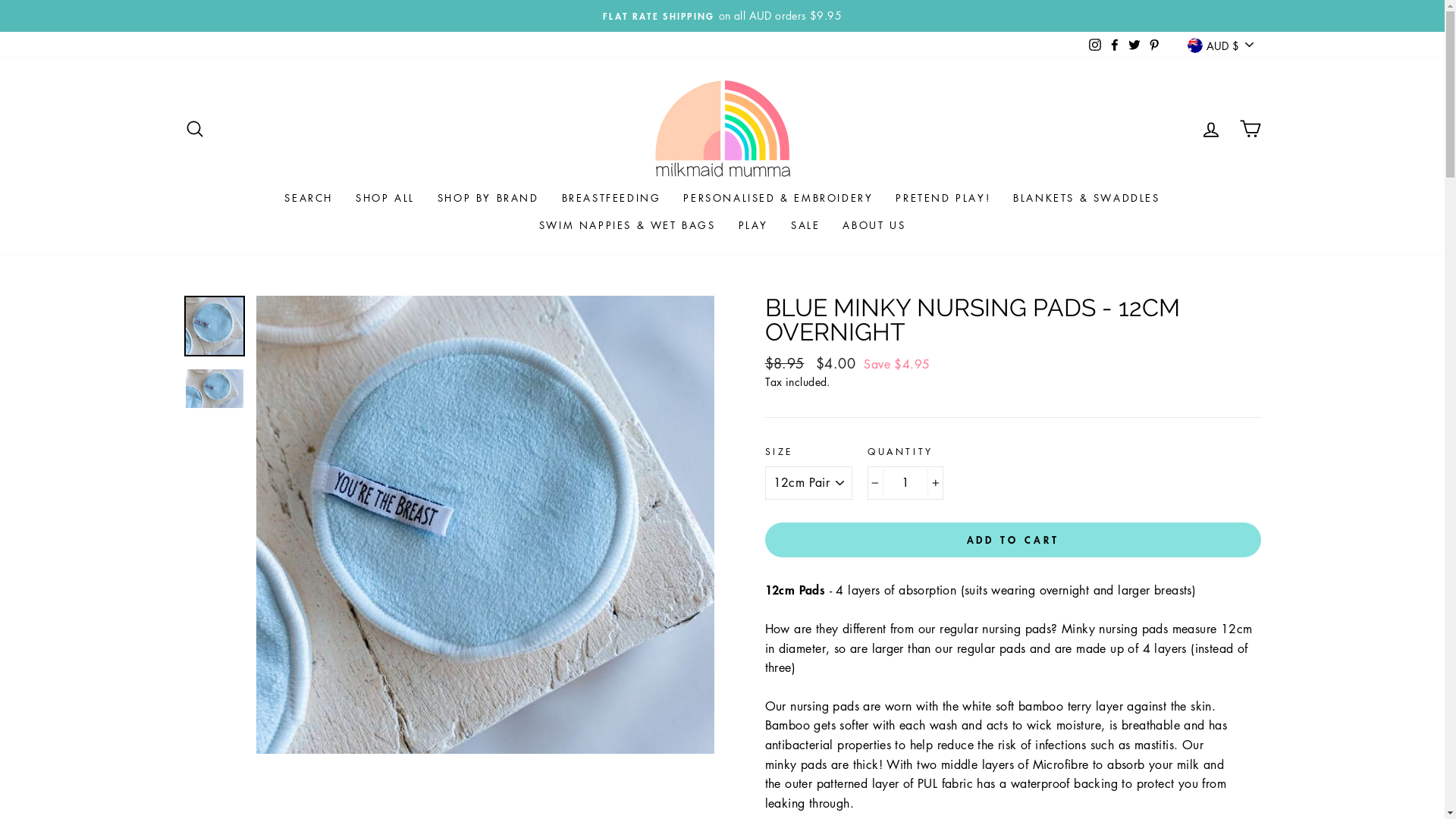  I want to click on 'CART', so click(1249, 127).